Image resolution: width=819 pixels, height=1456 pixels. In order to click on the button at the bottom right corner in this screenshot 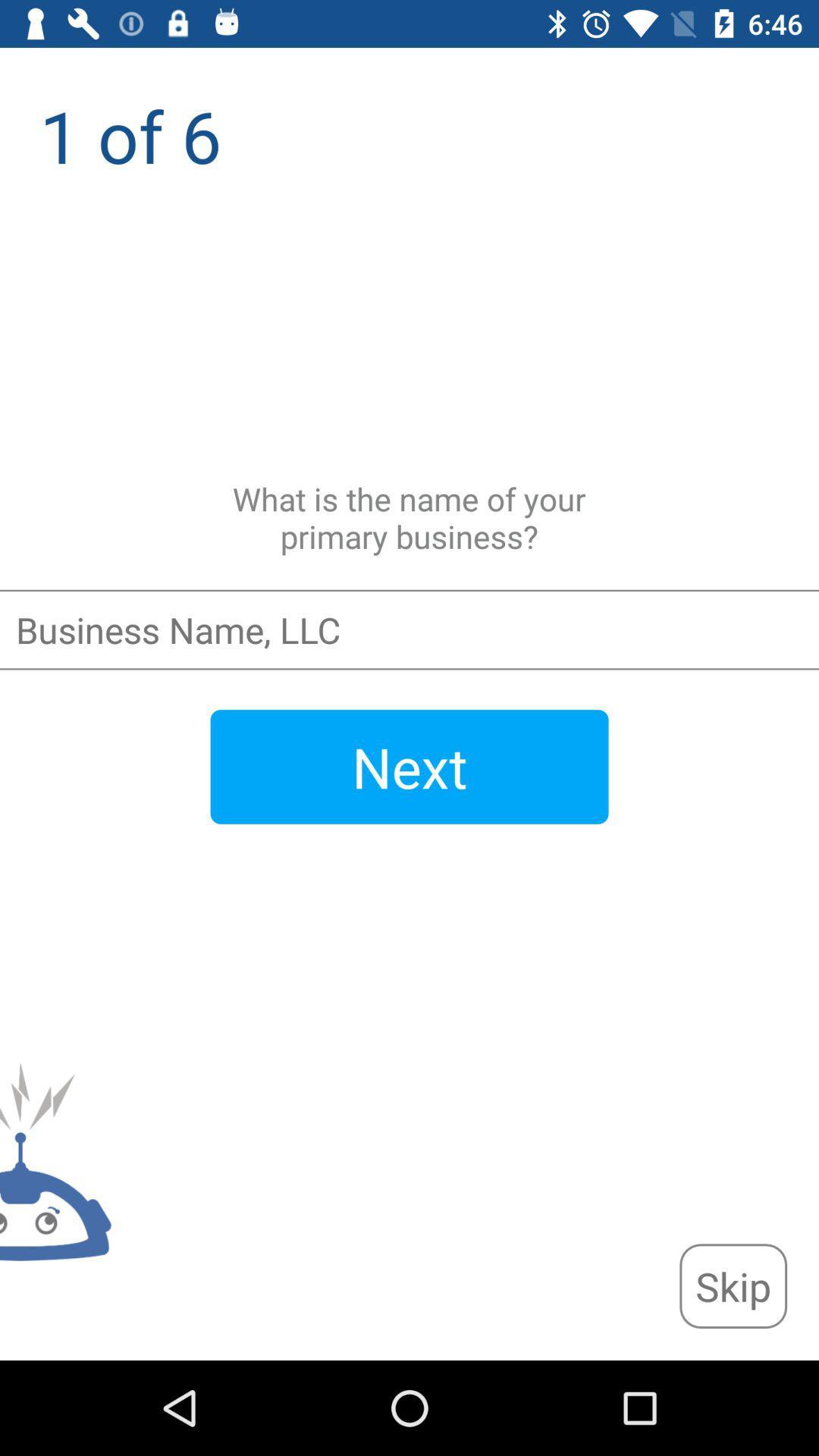, I will do `click(733, 1285)`.